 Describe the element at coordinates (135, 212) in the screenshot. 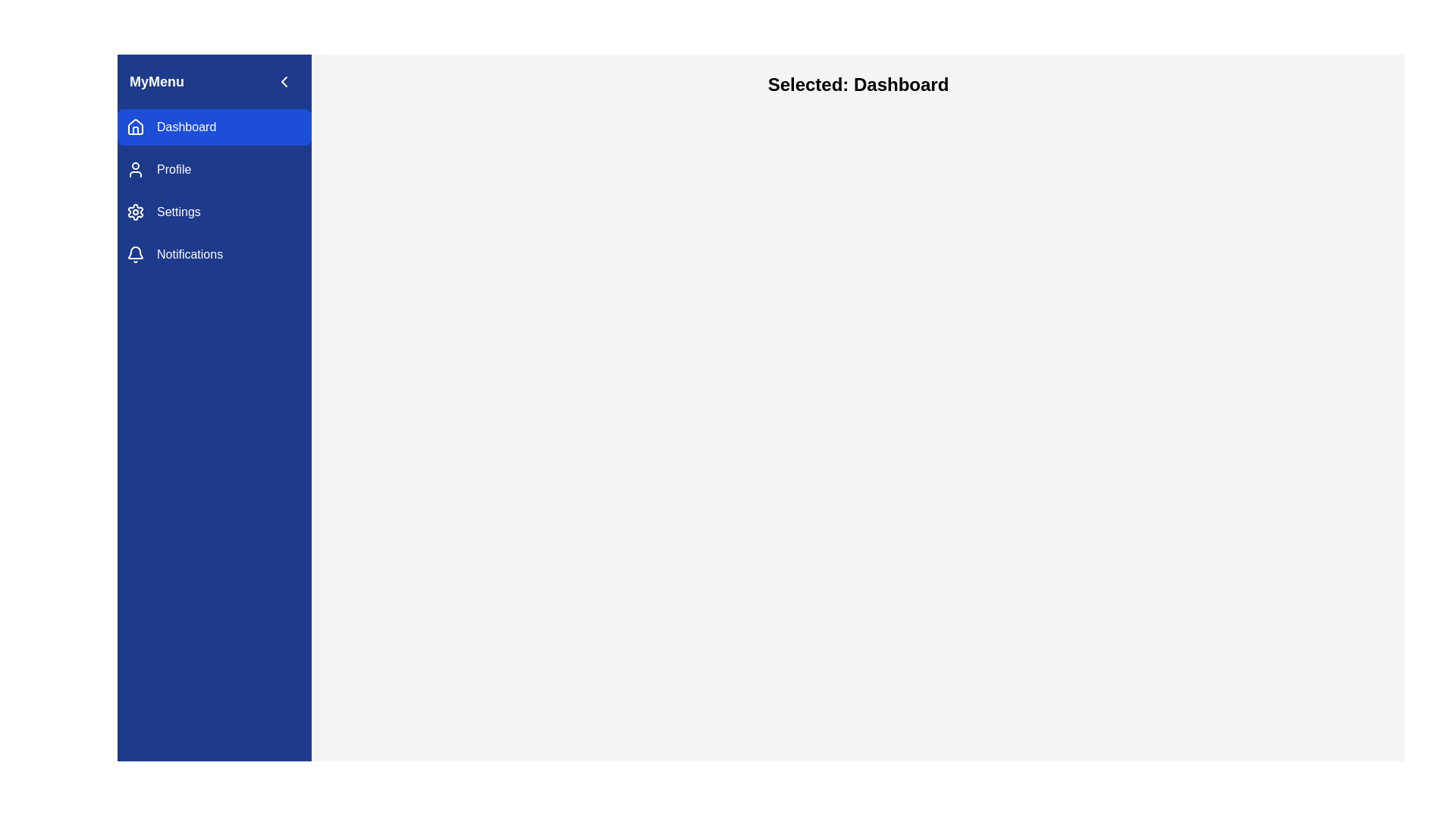

I see `the small cogwheel-like icon located next to the 'Settings' label on the left-side menu panel` at that location.